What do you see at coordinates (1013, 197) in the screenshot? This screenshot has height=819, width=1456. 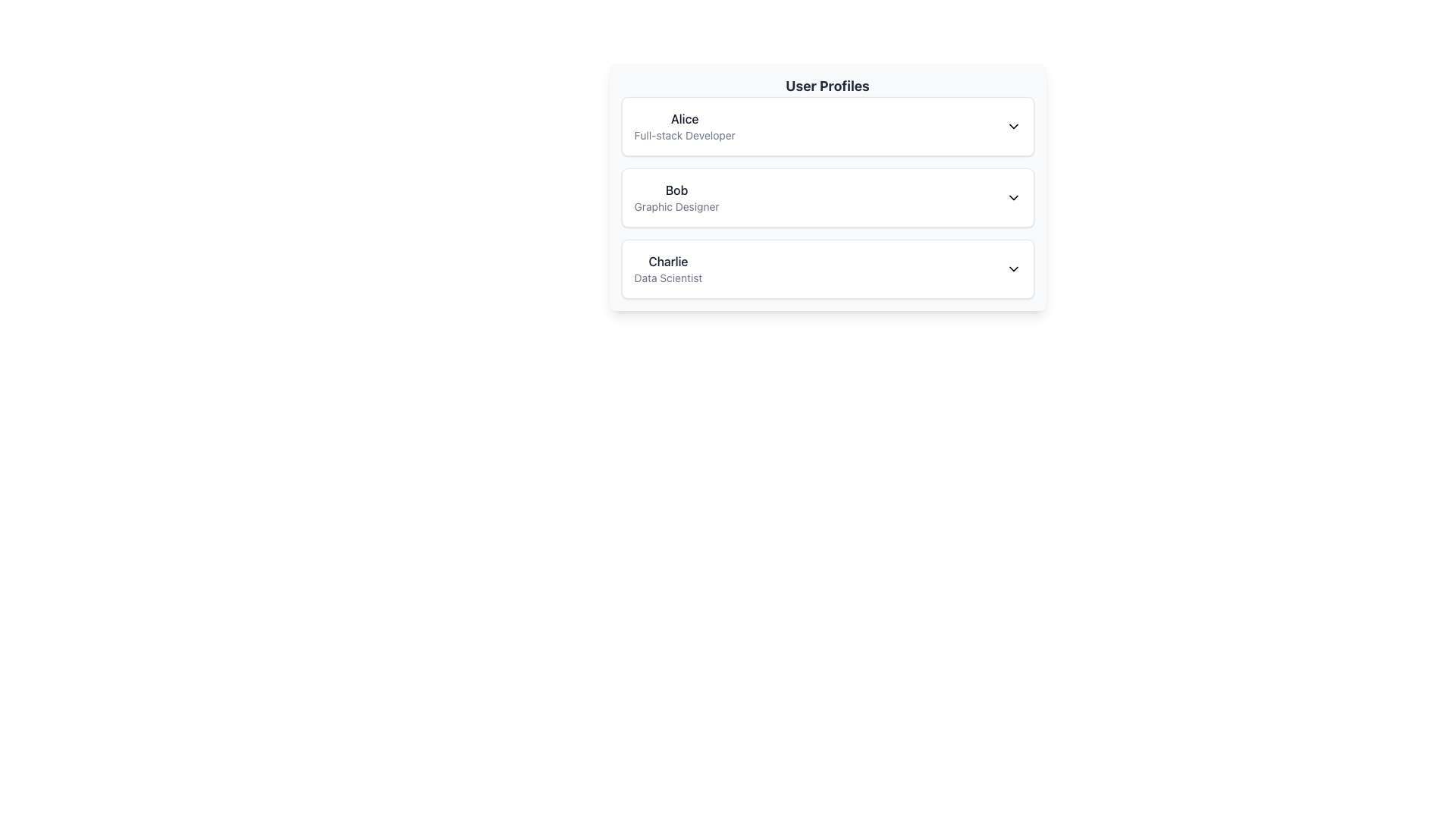 I see `the downward-facing chevron icon in the profile section for 'Bob', who is a 'Graphic Designer'` at bounding box center [1013, 197].